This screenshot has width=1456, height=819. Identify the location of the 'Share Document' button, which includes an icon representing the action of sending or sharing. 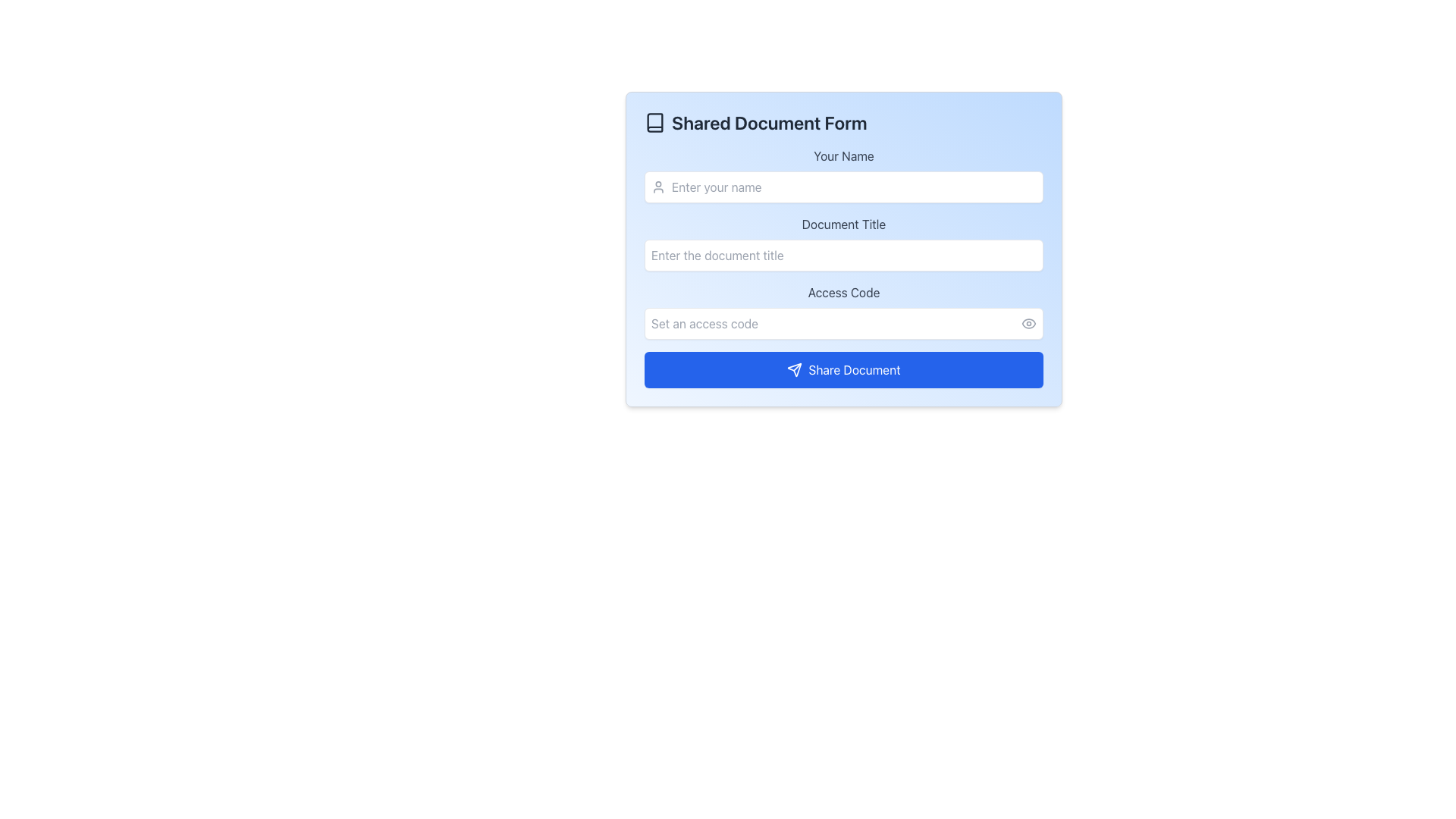
(794, 370).